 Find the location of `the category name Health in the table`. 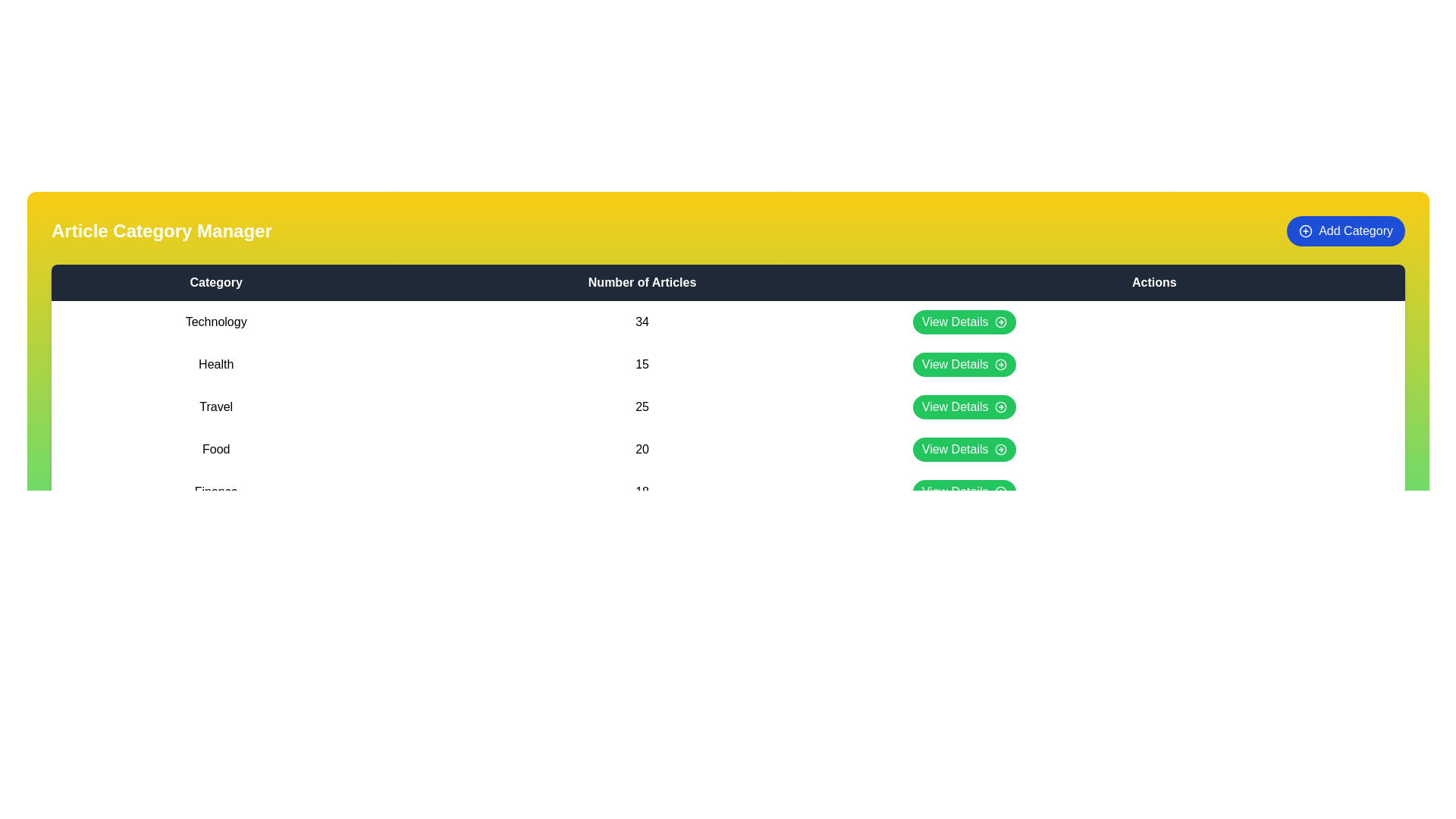

the category name Health in the table is located at coordinates (215, 365).